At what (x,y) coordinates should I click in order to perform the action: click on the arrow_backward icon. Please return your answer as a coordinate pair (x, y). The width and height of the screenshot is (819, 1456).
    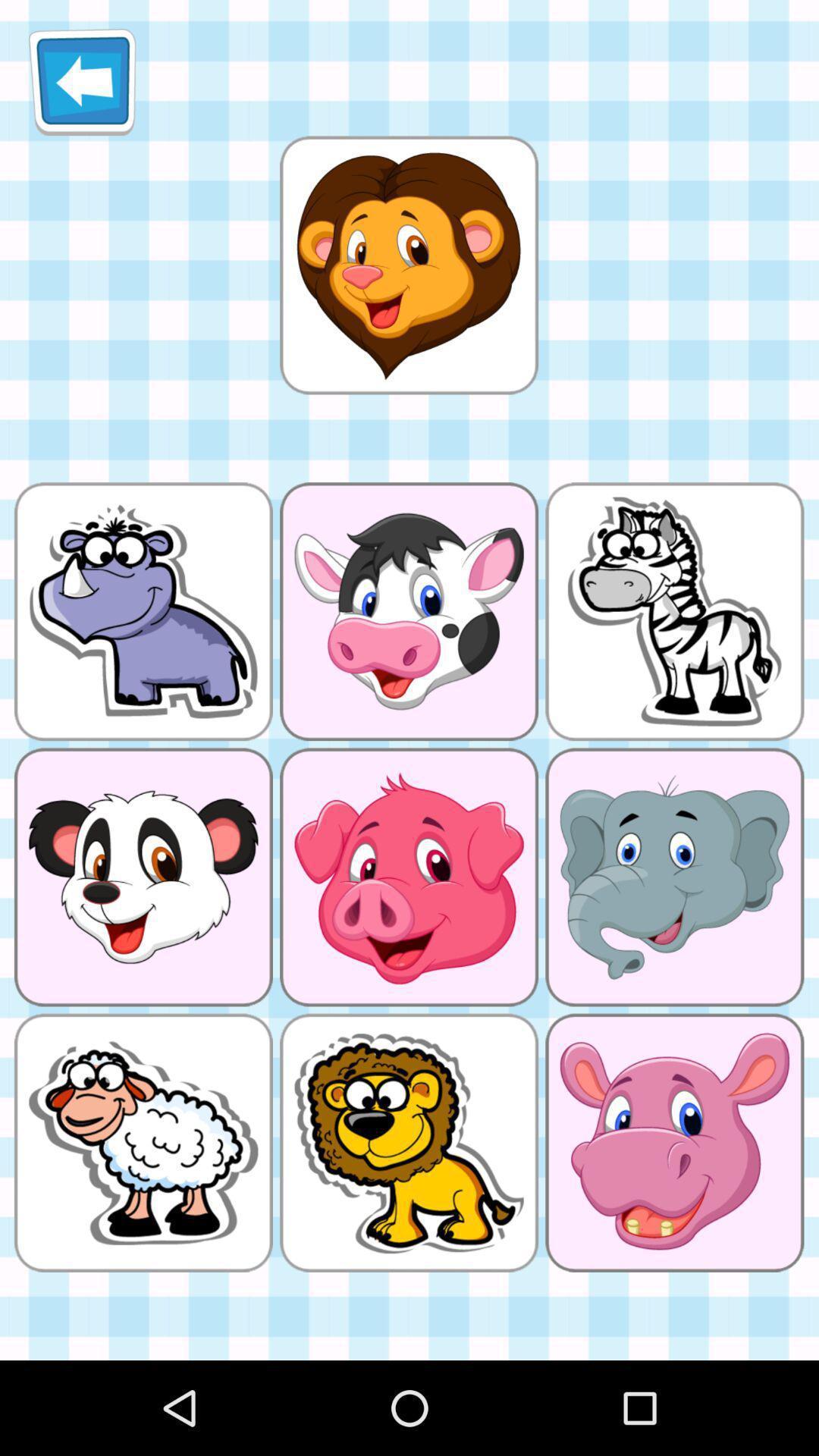
    Looking at the image, I should click on (82, 87).